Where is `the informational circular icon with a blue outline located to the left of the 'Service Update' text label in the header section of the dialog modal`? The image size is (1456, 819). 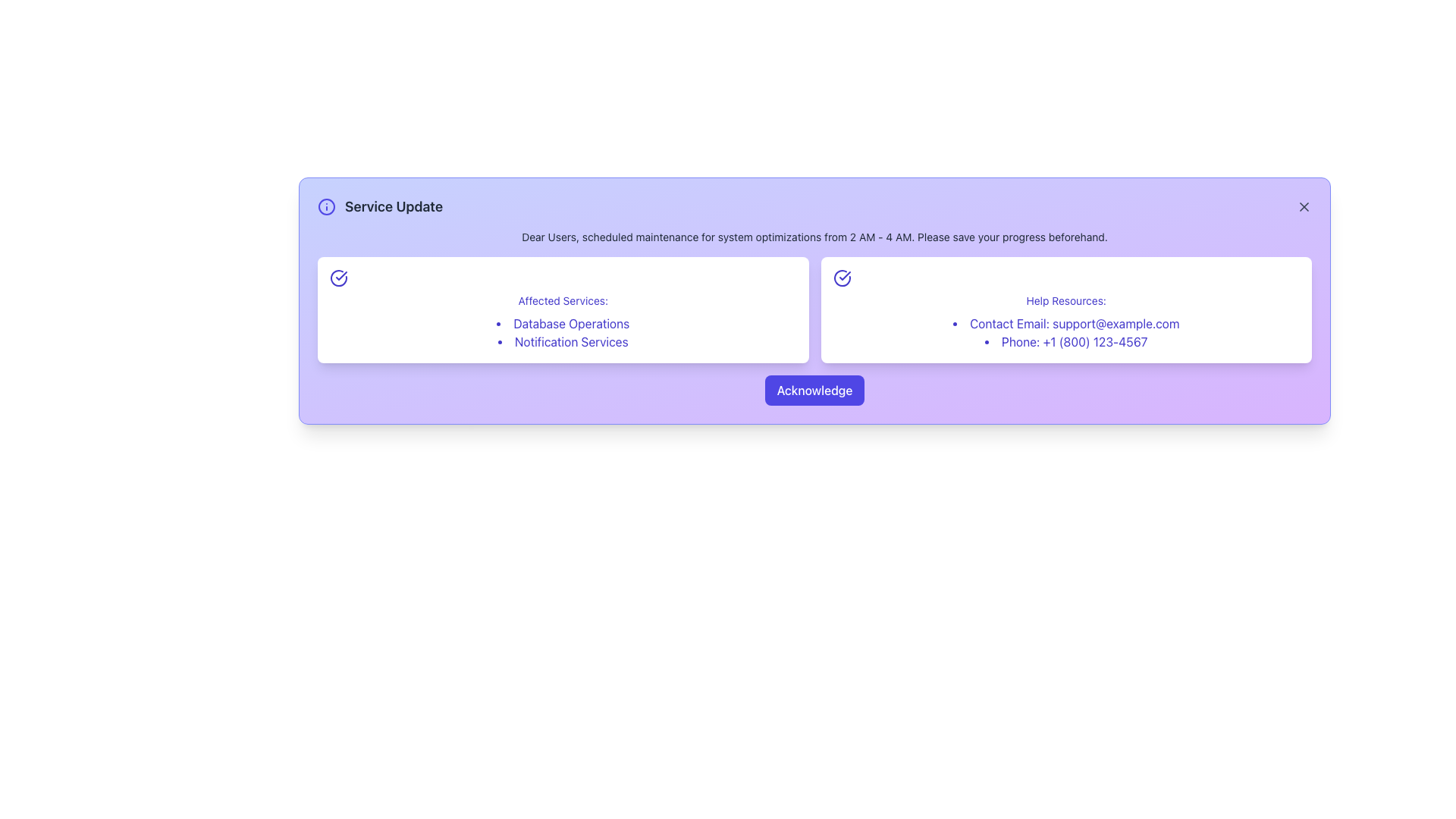
the informational circular icon with a blue outline located to the left of the 'Service Update' text label in the header section of the dialog modal is located at coordinates (326, 207).